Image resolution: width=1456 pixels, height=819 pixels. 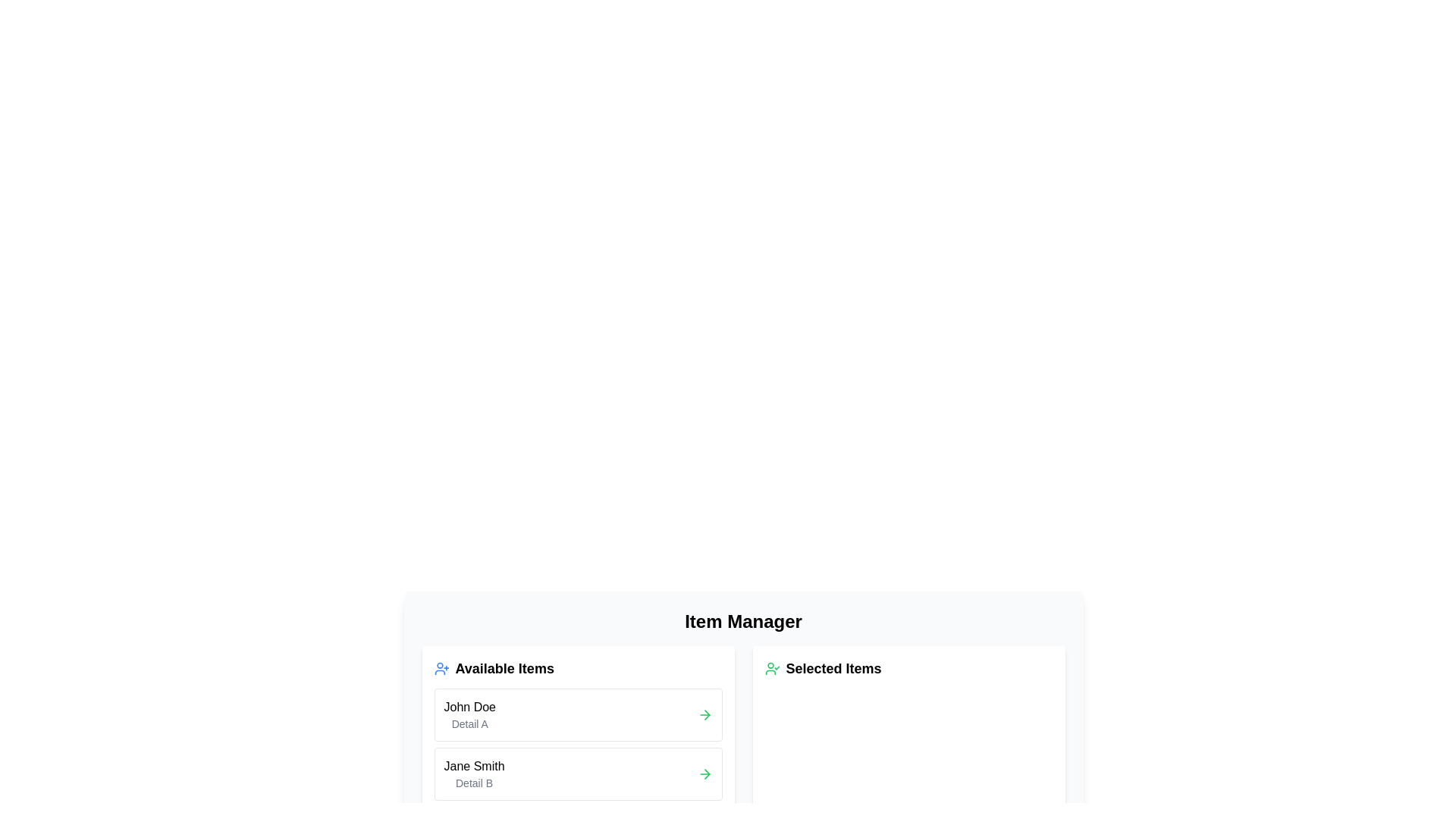 What do you see at coordinates (704, 774) in the screenshot?
I see `the right-arrow icon button with a green stroke located at the right end of 'Jane Smith Detail B' in the 'Available Items' panel under the 'Item Manager' title` at bounding box center [704, 774].